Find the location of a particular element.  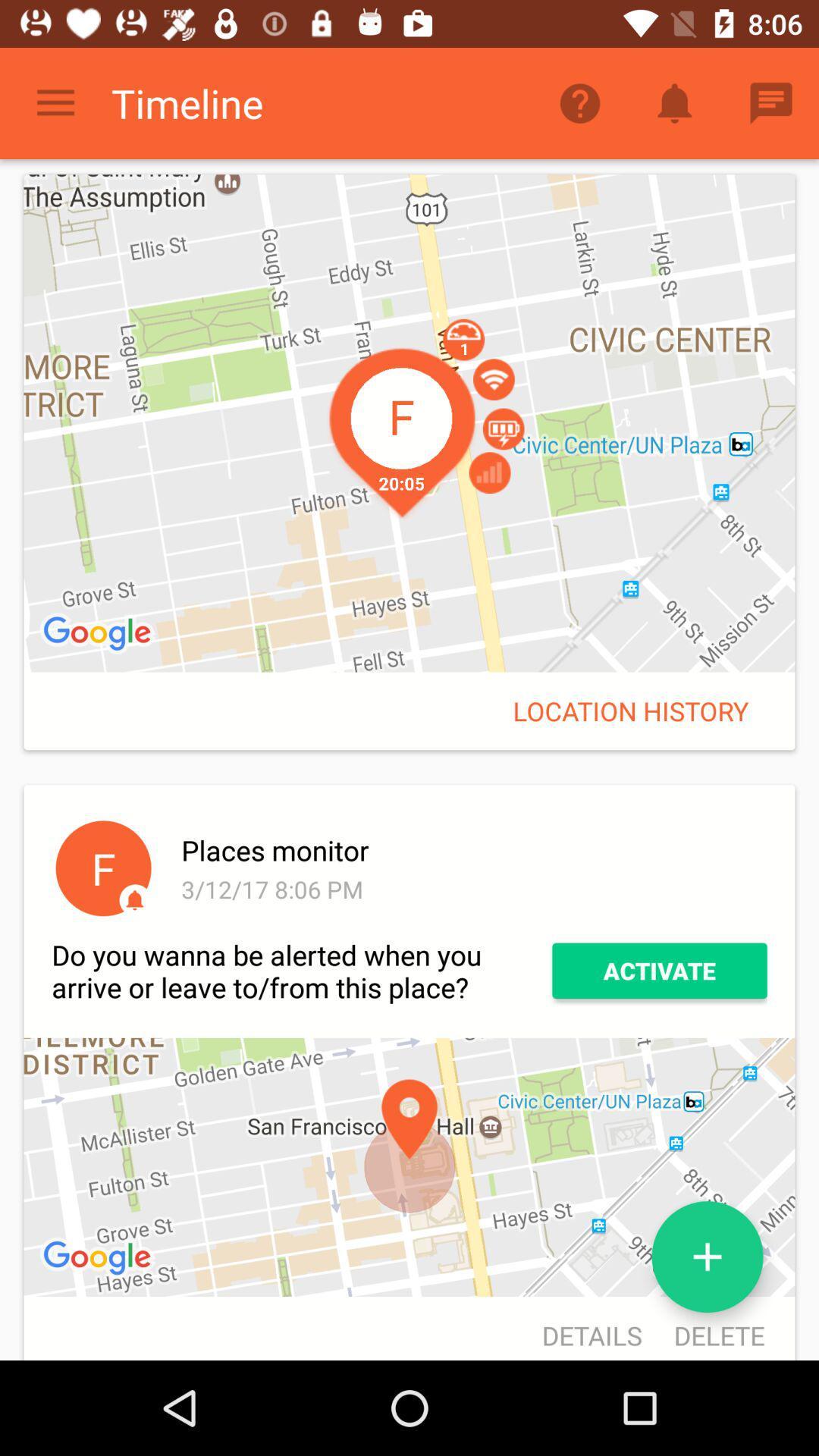

the icon above 3 12 17 item is located at coordinates (471, 850).